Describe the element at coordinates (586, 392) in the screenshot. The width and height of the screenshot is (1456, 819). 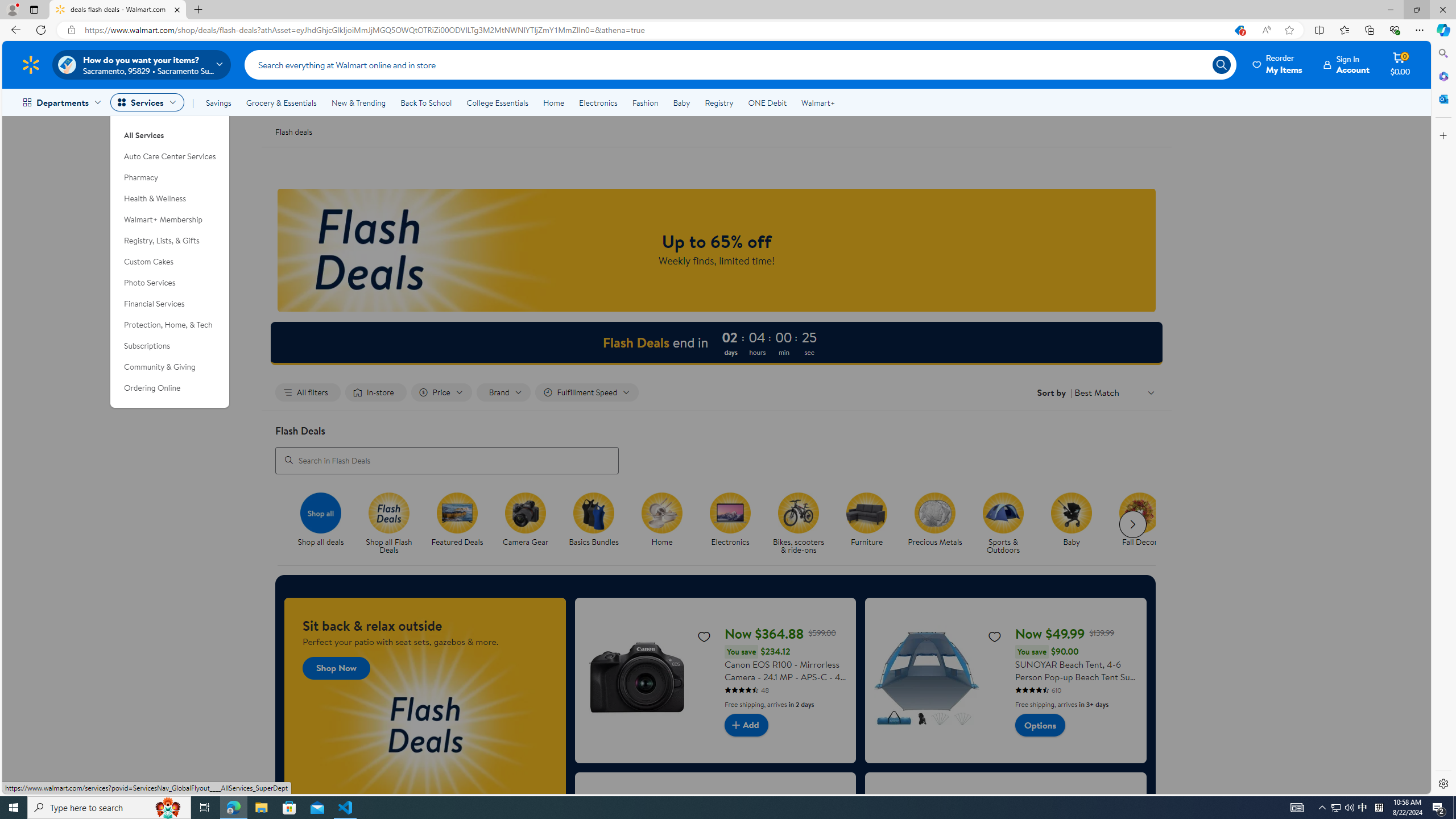
I see `'Filter by Fulfillment Speed not applied, activate to change'` at that location.